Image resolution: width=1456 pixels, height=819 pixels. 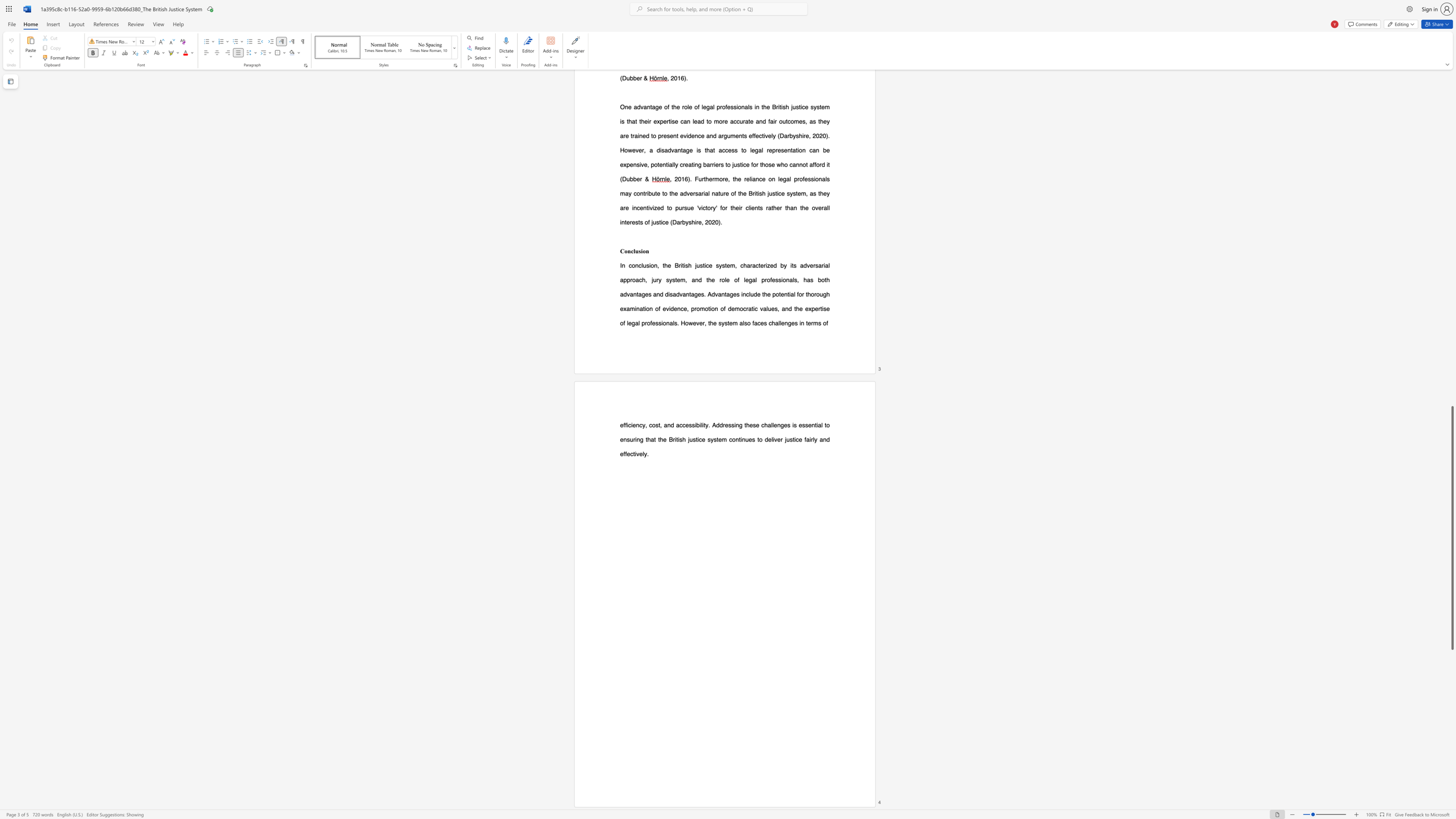 I want to click on the 3th character "h" in the text, so click(x=648, y=439).